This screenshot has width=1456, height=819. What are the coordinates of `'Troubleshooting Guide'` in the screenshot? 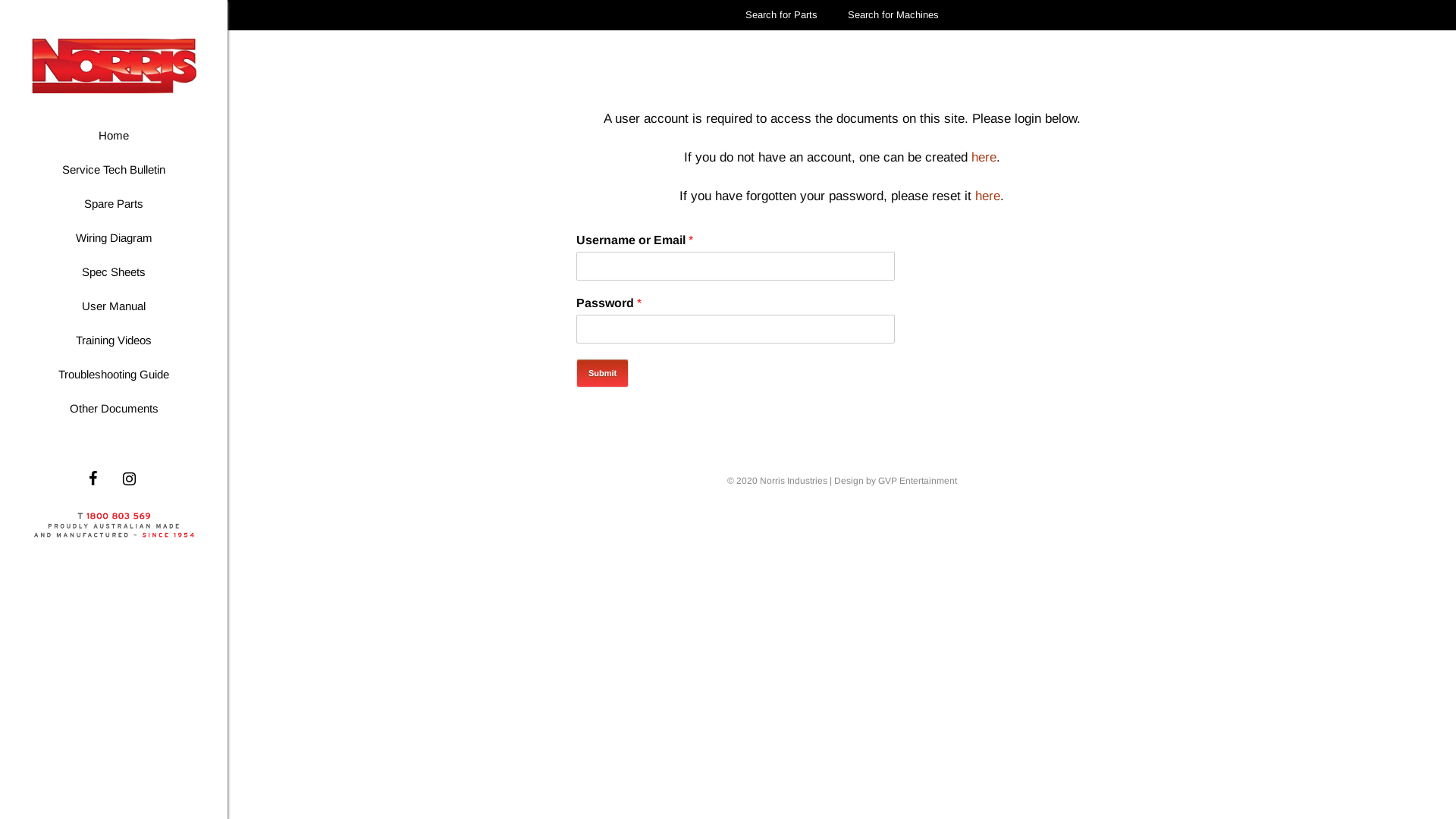 It's located at (112, 374).